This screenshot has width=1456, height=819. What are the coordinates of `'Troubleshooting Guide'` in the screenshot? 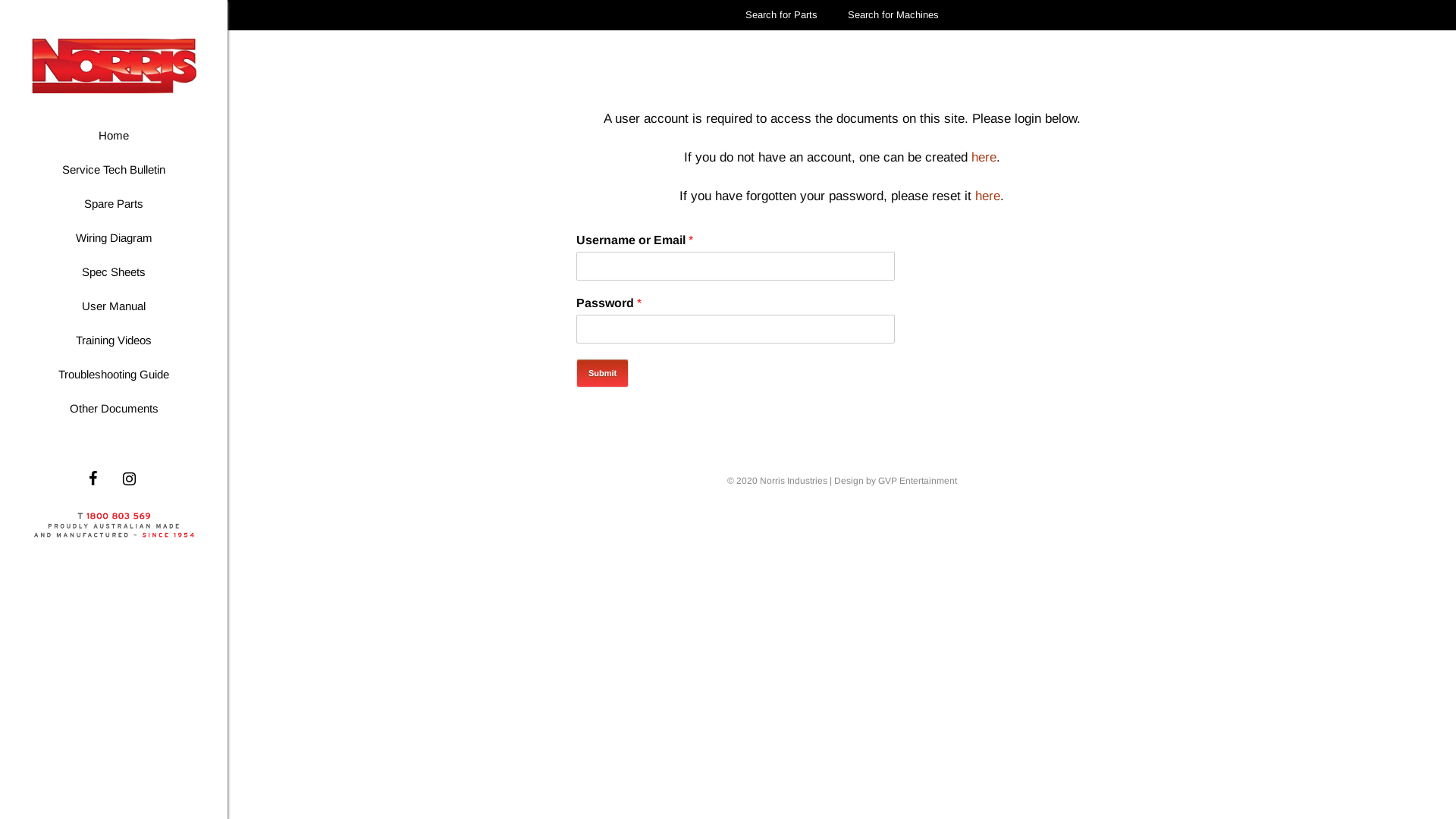 It's located at (112, 374).